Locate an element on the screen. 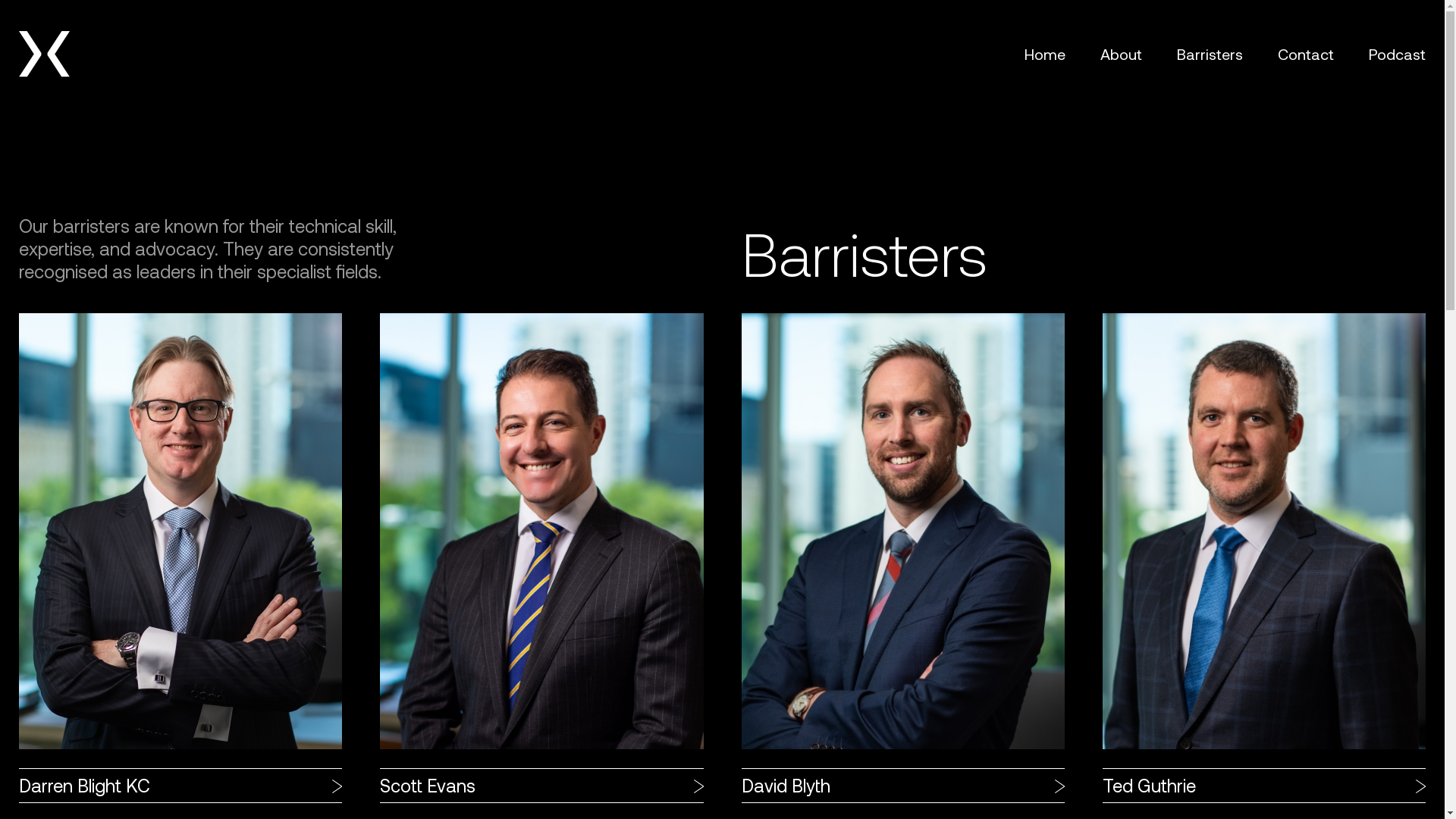 This screenshot has width=1456, height=819. 'About' is located at coordinates (1100, 52).